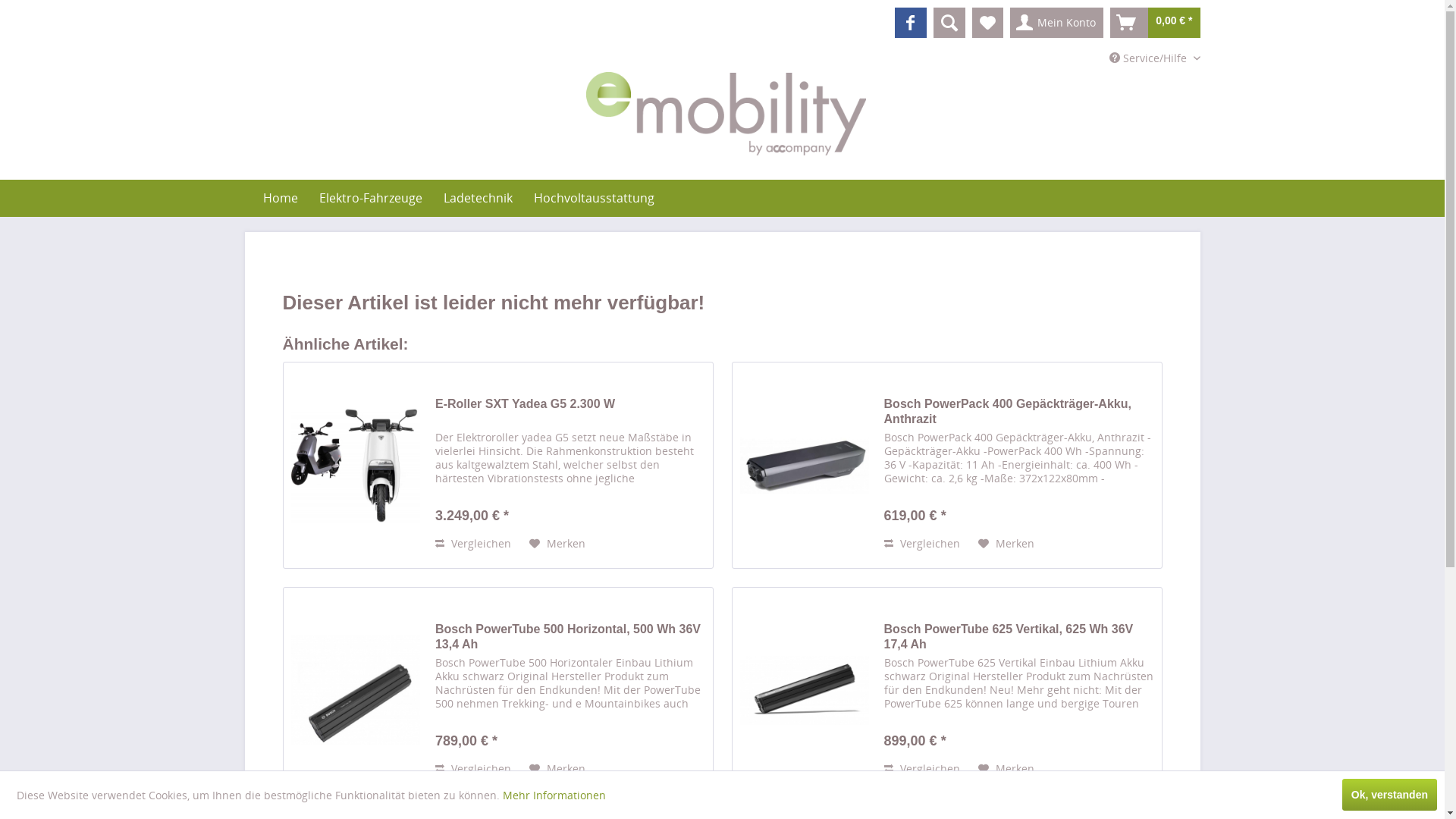 The image size is (1456, 819). Describe the element at coordinates (1006, 769) in the screenshot. I see `'Merken'` at that location.